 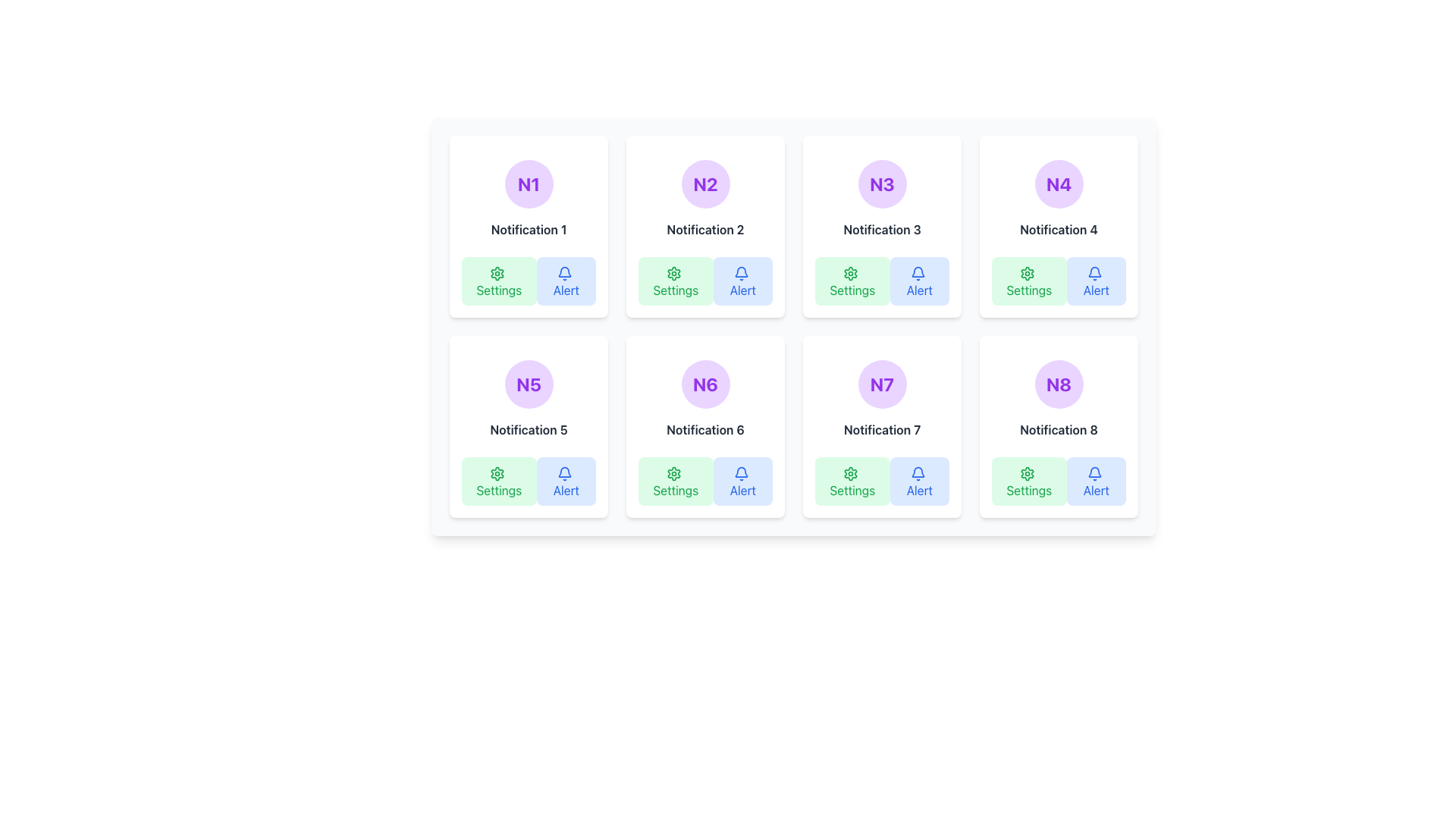 I want to click on the green gear-shaped icon in the bottom-left corner of 'Notification 6', which symbolizes settings, so click(x=673, y=472).